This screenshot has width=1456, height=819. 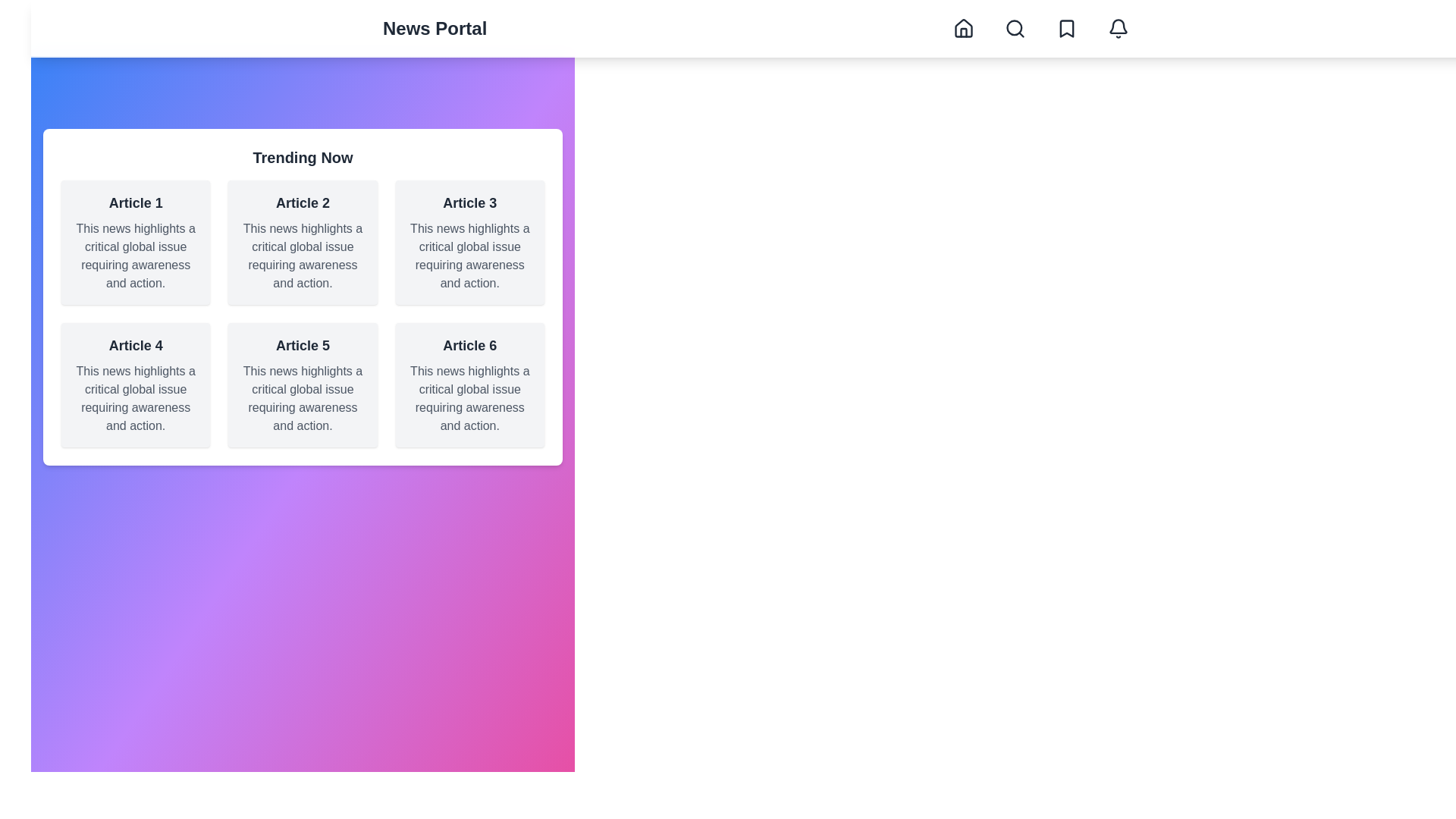 What do you see at coordinates (1118, 29) in the screenshot?
I see `the Bell navigation button` at bounding box center [1118, 29].